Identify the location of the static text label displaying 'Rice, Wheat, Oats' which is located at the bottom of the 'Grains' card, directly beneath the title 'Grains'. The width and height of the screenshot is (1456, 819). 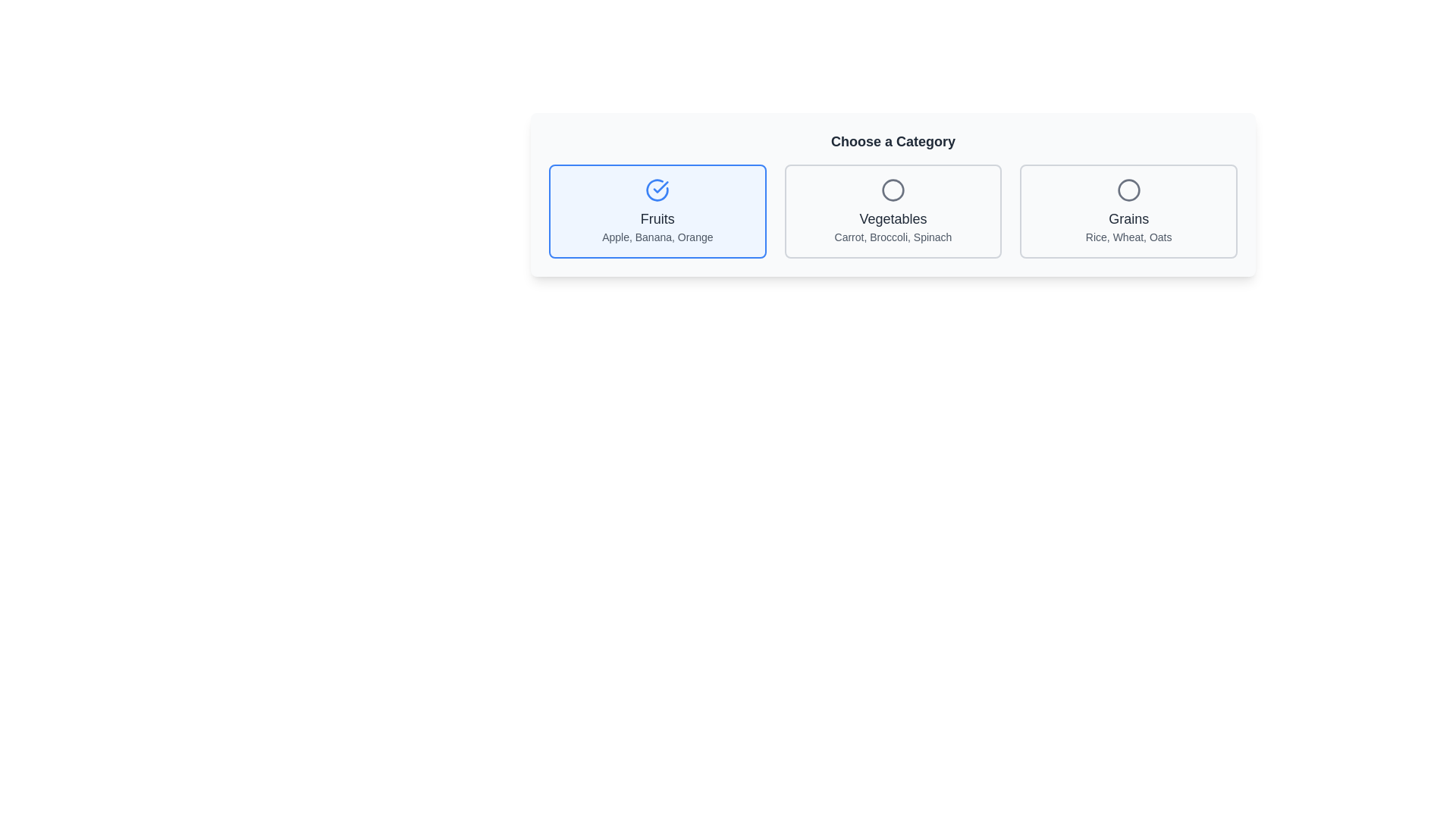
(1128, 237).